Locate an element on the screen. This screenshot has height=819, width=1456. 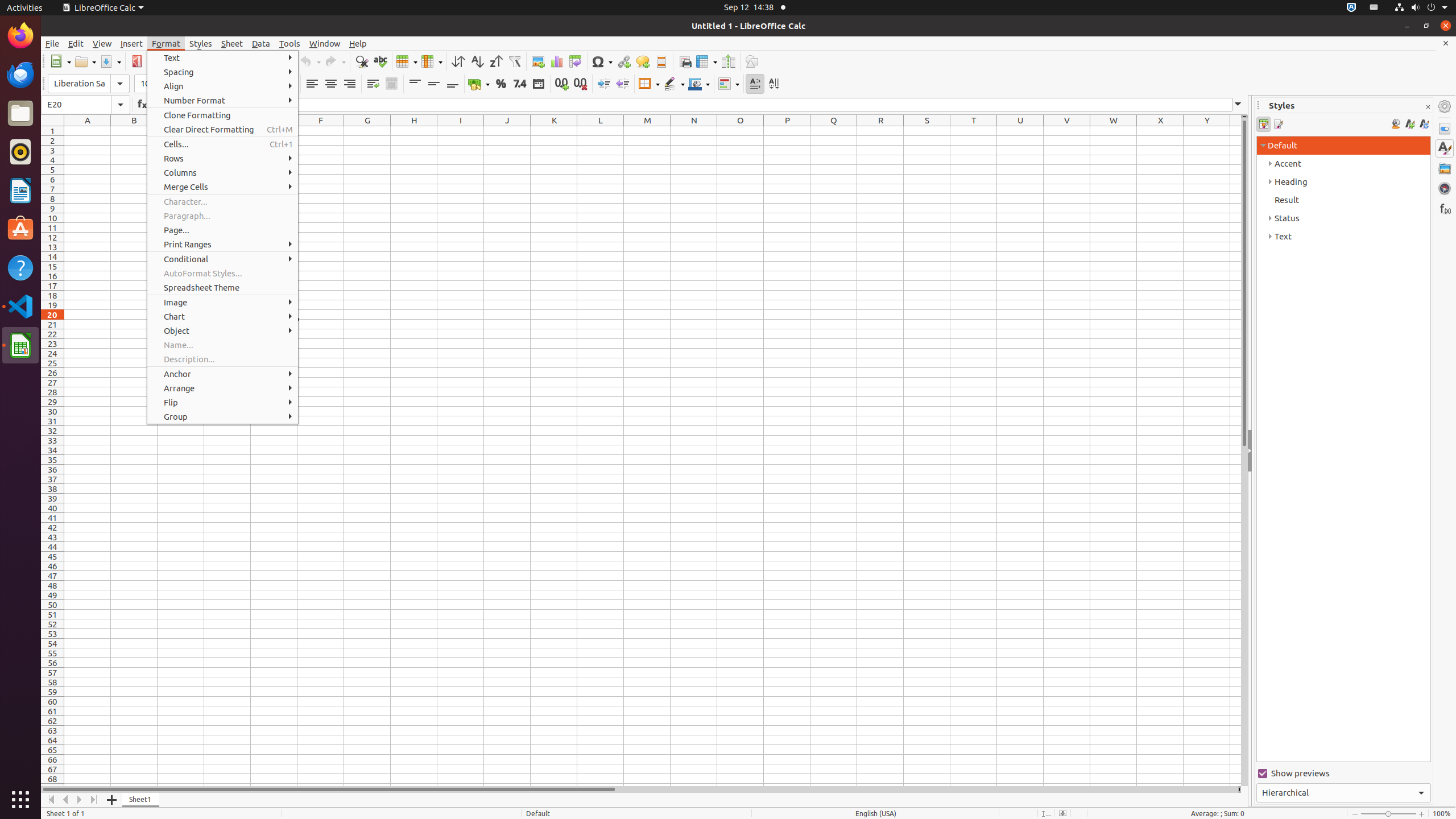
'Align Top' is located at coordinates (415, 83).